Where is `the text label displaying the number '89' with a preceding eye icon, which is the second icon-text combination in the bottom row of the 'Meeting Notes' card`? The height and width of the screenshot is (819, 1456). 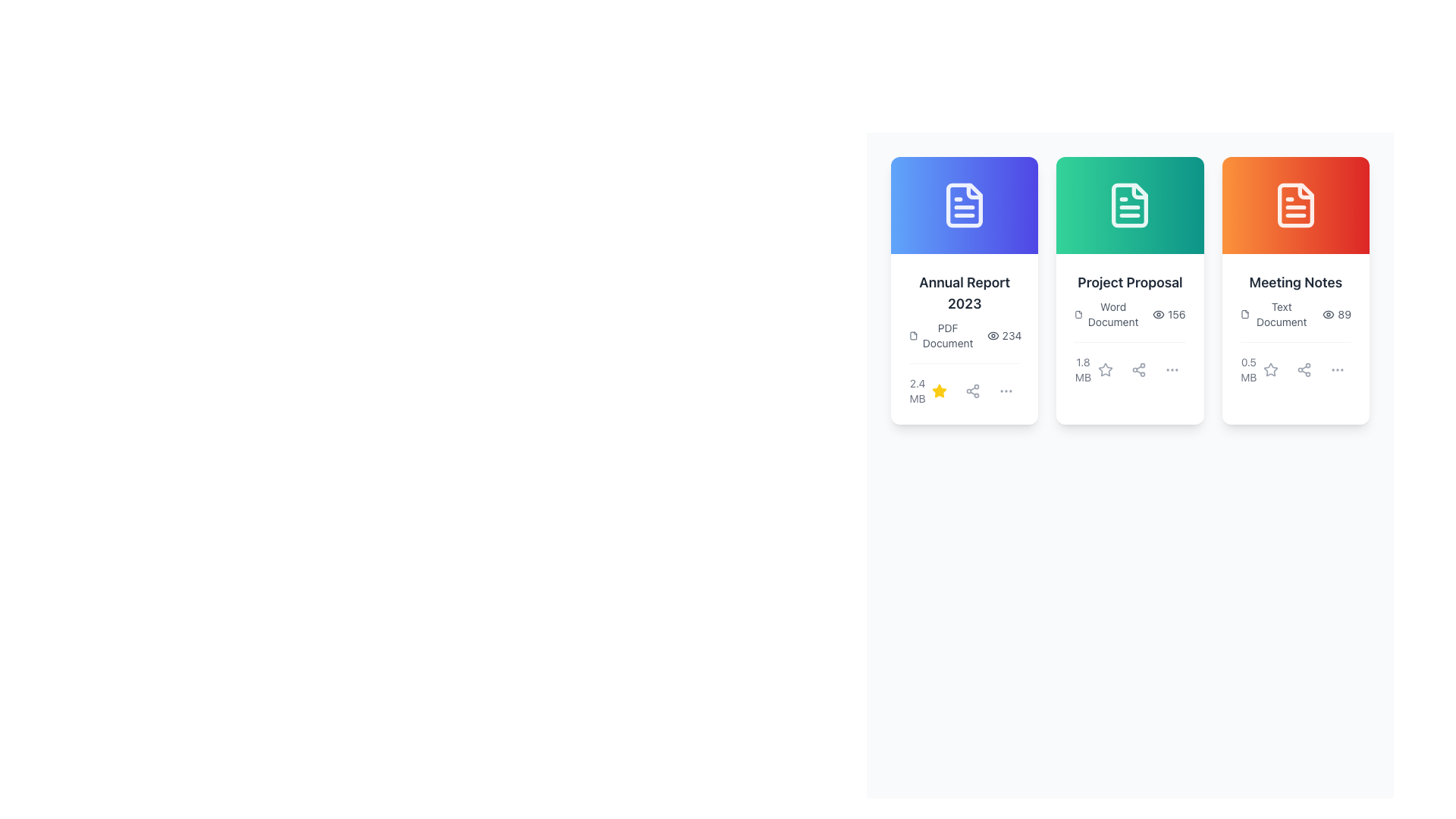
the text label displaying the number '89' with a preceding eye icon, which is the second icon-text combination in the bottom row of the 'Meeting Notes' card is located at coordinates (1337, 314).